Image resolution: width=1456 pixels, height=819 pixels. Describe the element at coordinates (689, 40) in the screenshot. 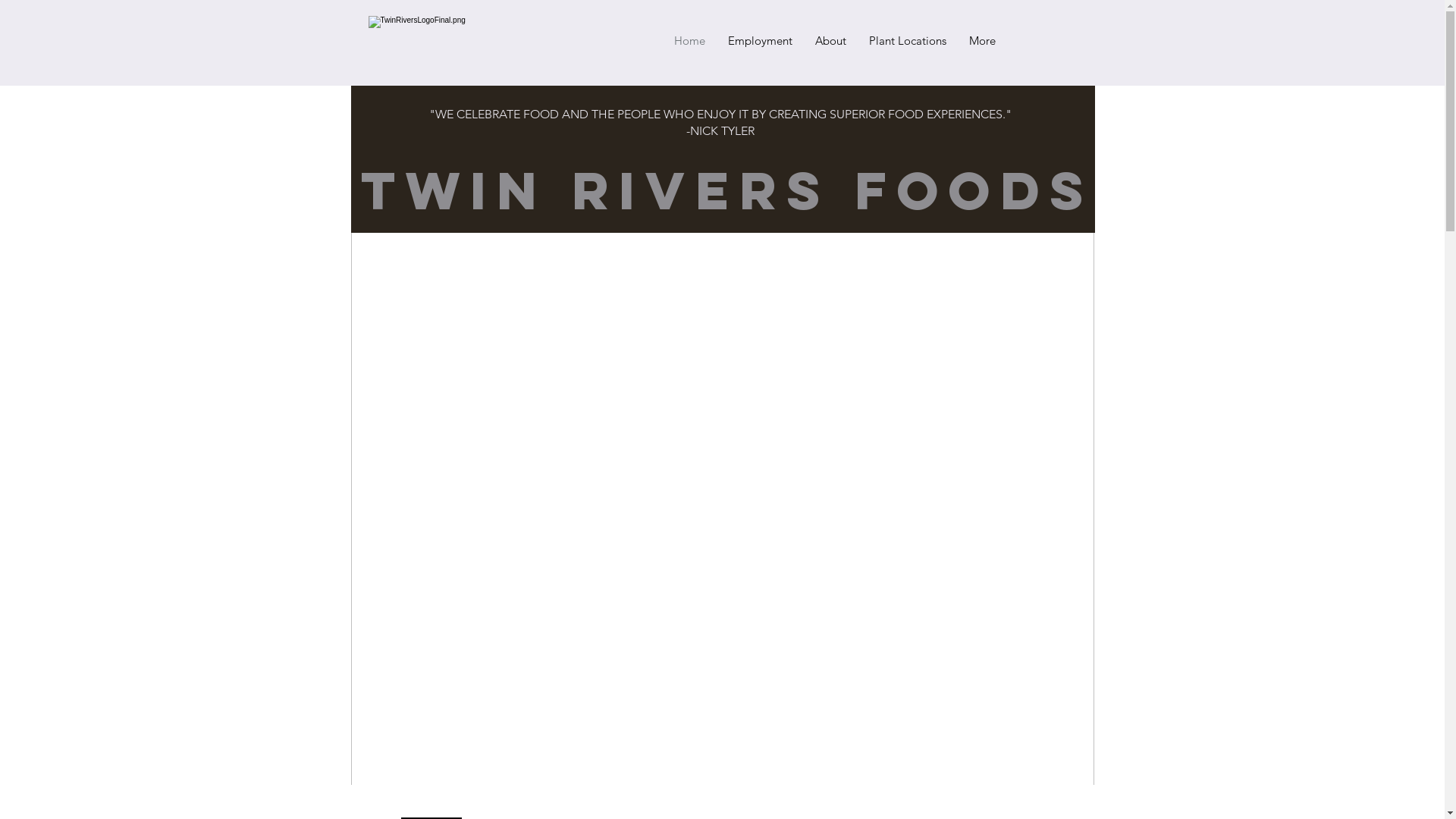

I see `'Home'` at that location.